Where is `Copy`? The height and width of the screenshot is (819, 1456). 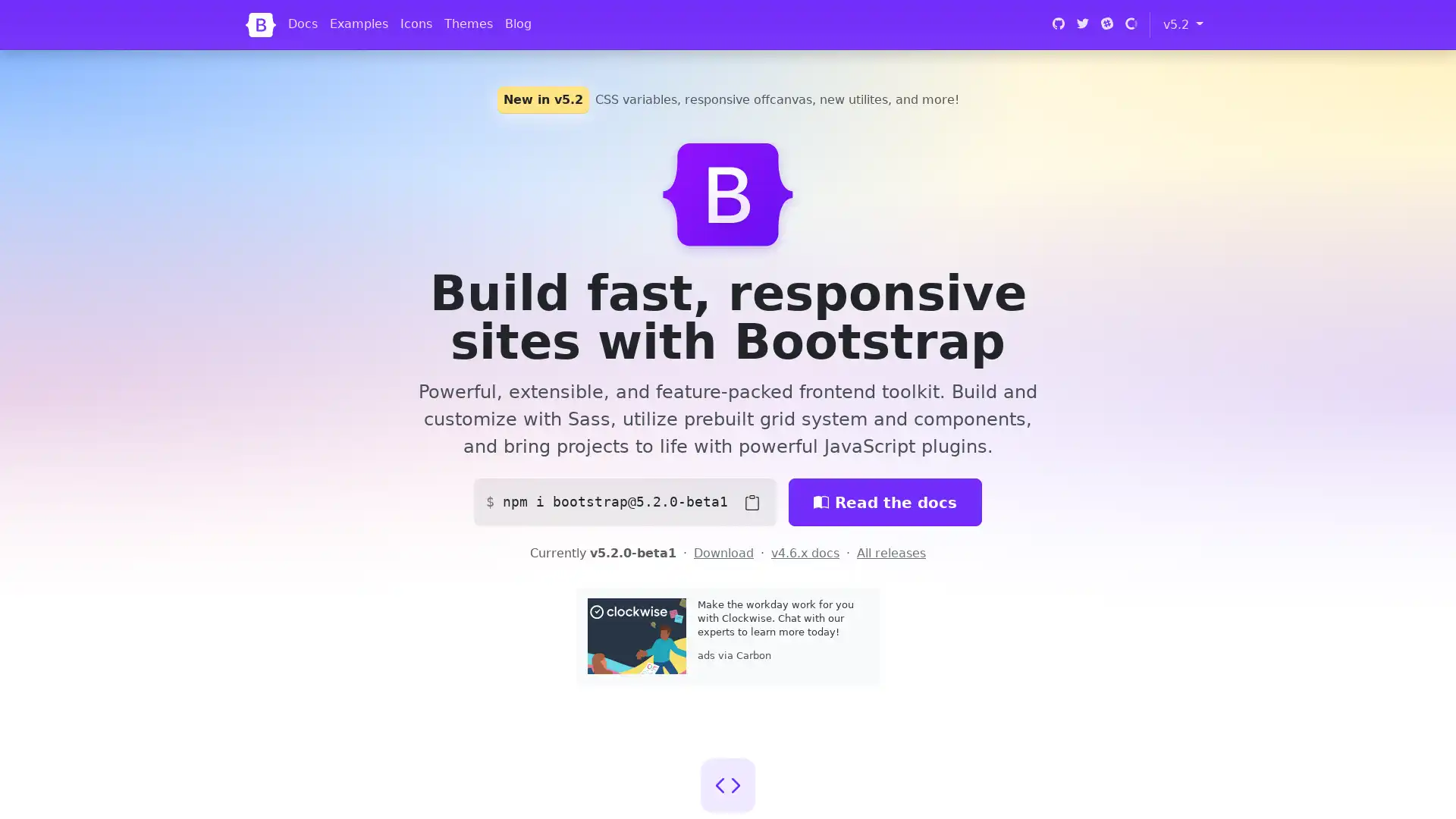 Copy is located at coordinates (752, 501).